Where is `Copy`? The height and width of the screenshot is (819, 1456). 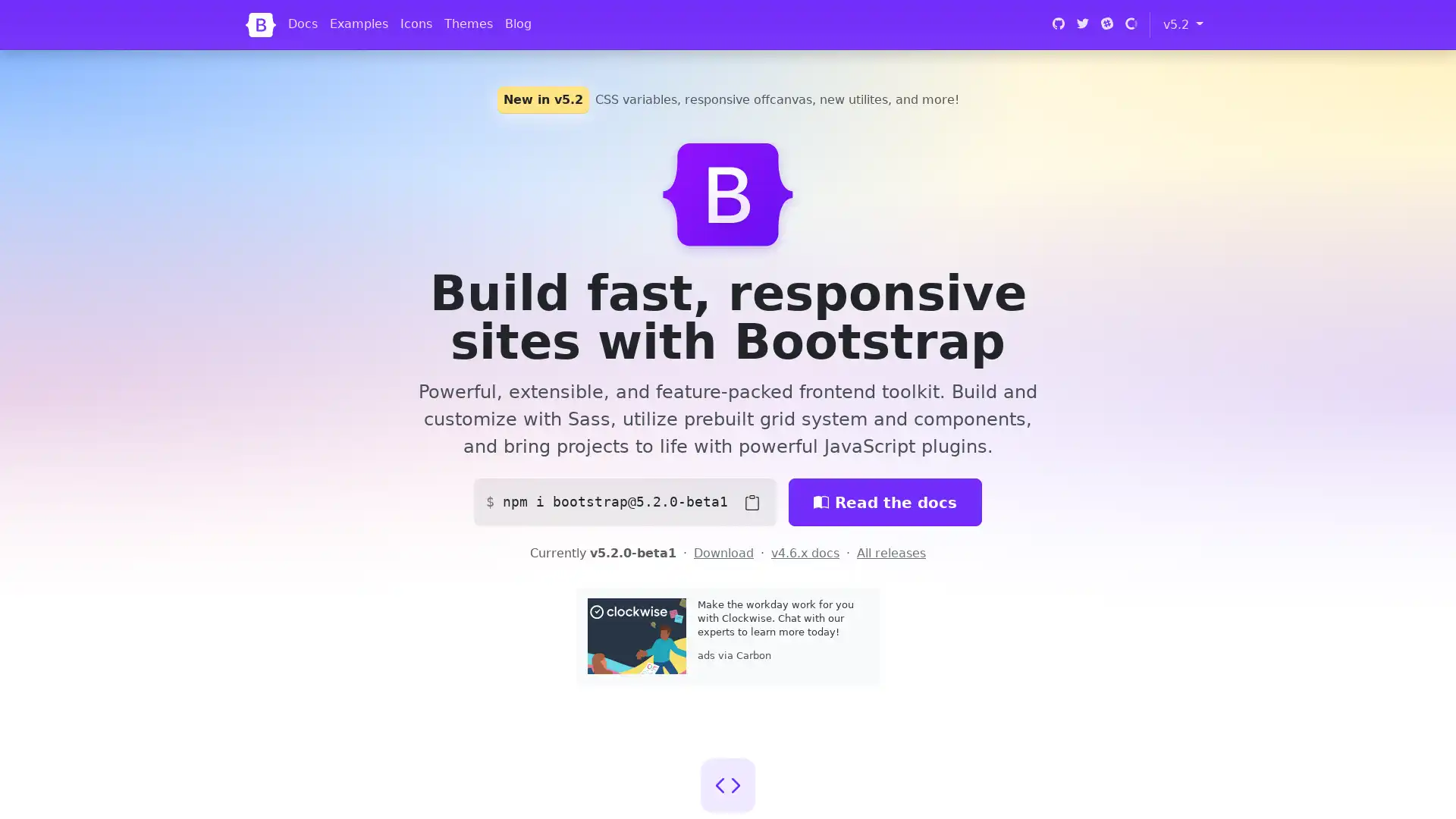 Copy is located at coordinates (752, 501).